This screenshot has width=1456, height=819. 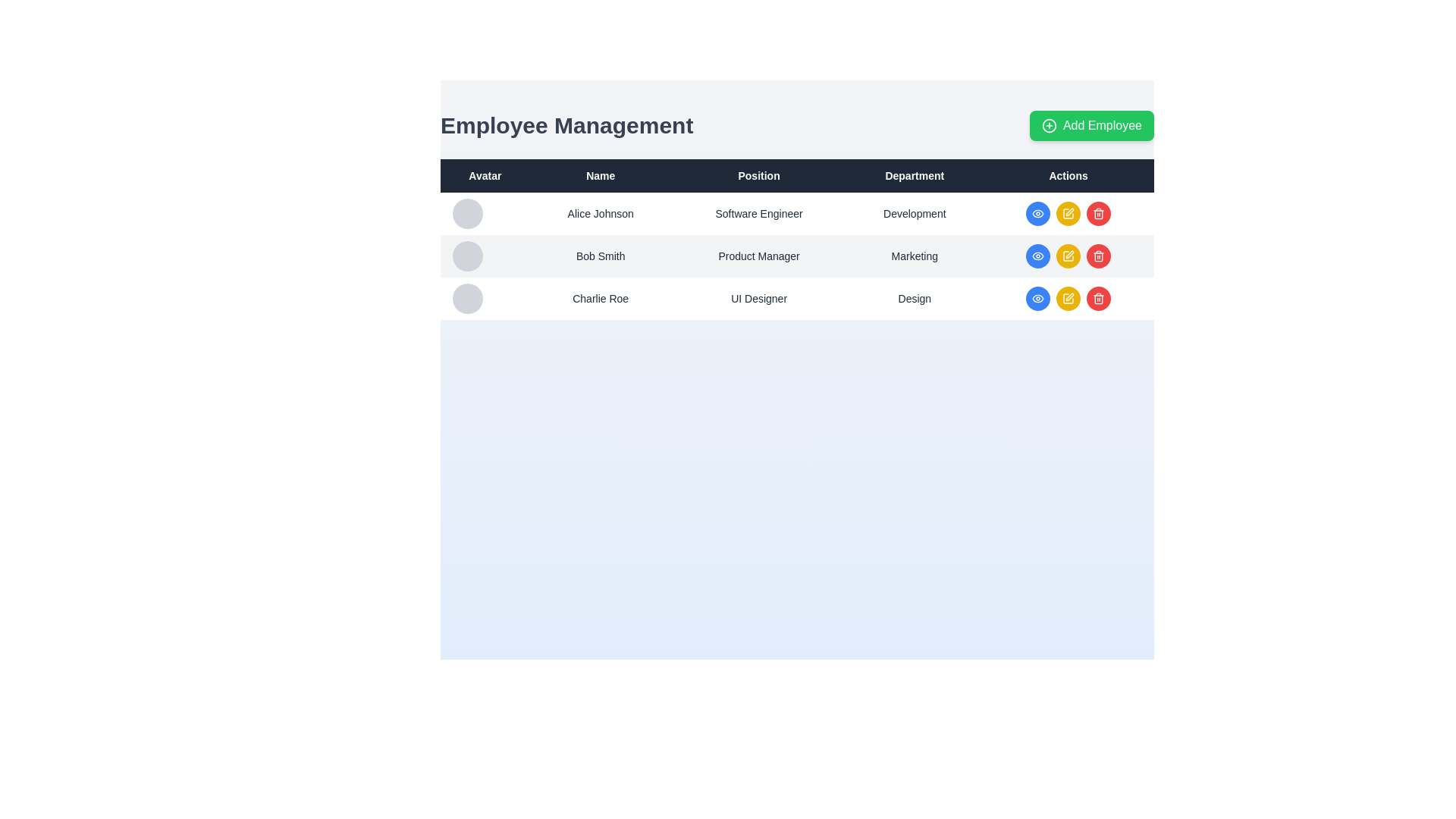 I want to click on the header and button component located at the top of the page, so click(x=796, y=124).